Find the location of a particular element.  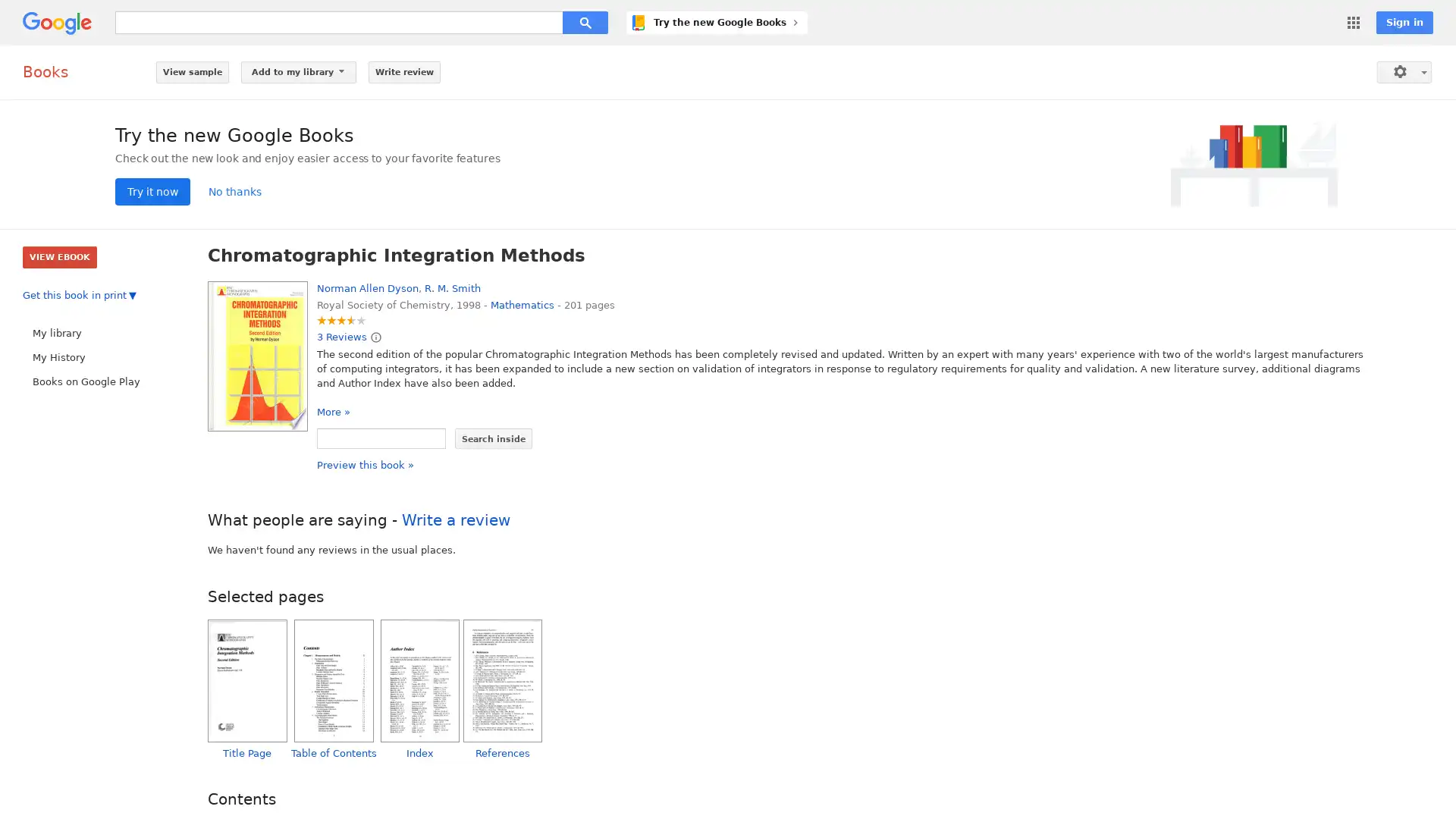

Google Search is located at coordinates (585, 23).